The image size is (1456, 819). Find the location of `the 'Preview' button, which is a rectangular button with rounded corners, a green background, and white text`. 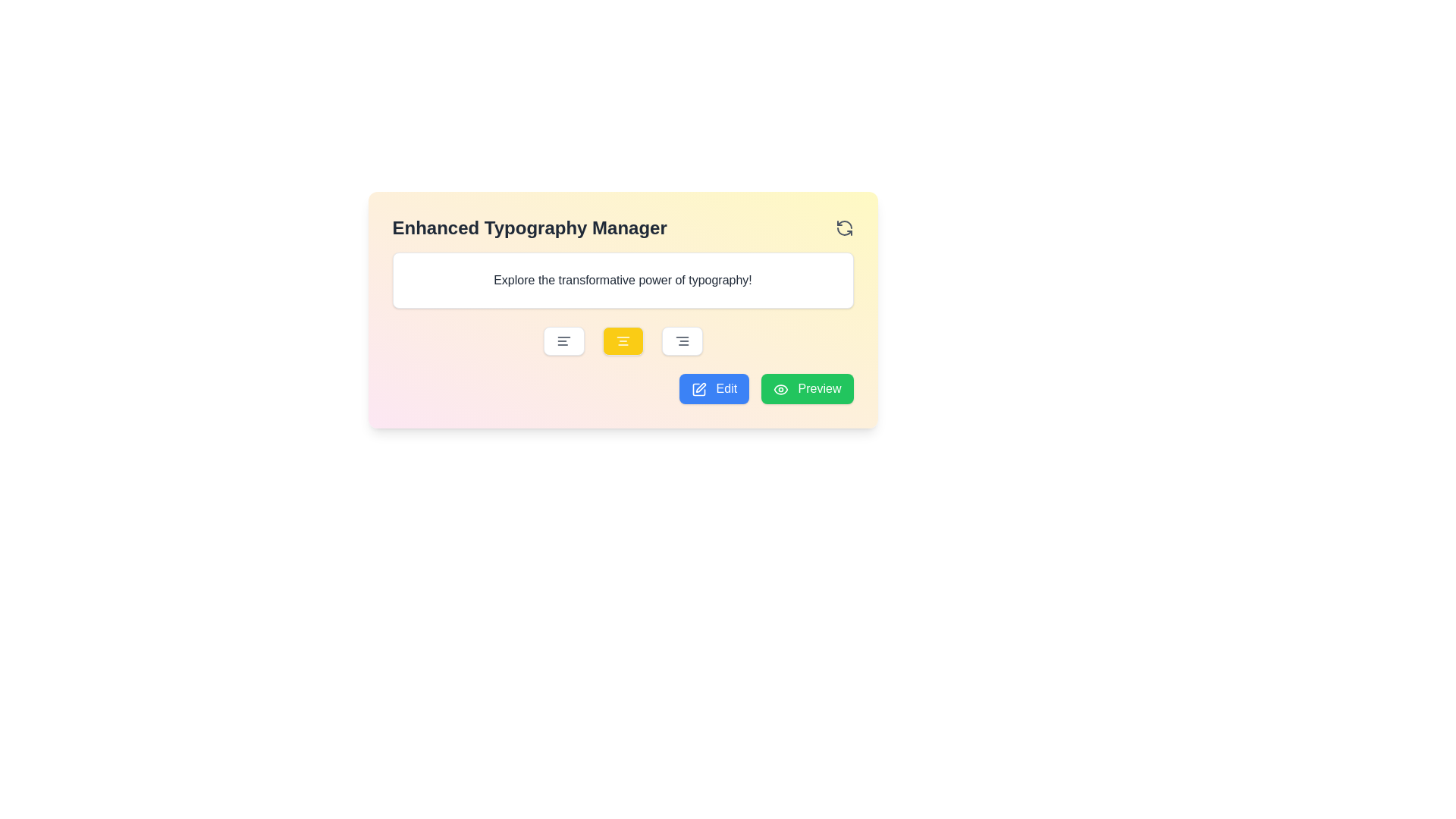

the 'Preview' button, which is a rectangular button with rounded corners, a green background, and white text is located at coordinates (806, 388).